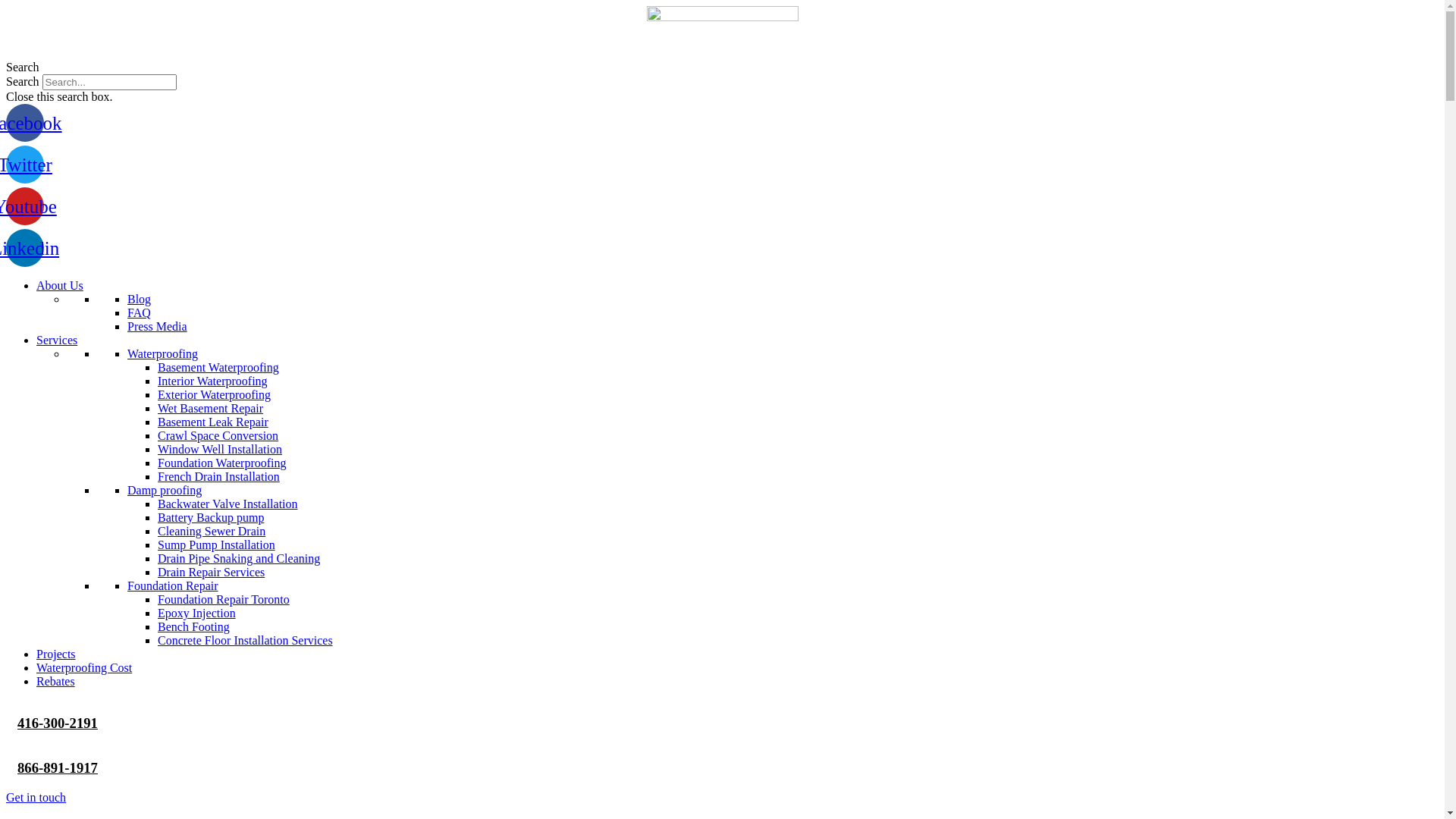 This screenshot has width=1456, height=819. Describe the element at coordinates (157, 422) in the screenshot. I see `'Basement Leak Repair'` at that location.